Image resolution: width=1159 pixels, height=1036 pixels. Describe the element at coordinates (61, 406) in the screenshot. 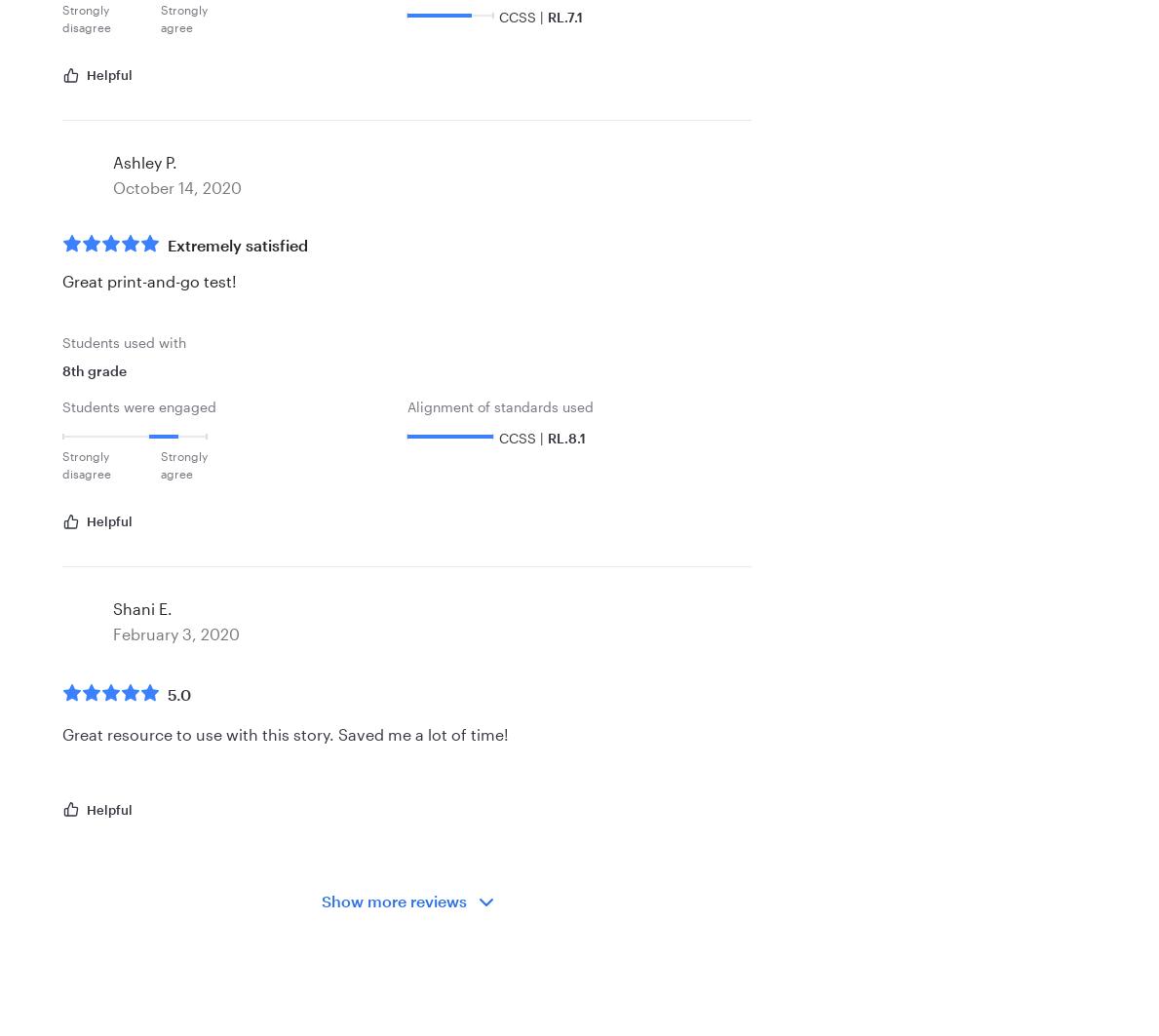

I see `'Students were engaged'` at that location.